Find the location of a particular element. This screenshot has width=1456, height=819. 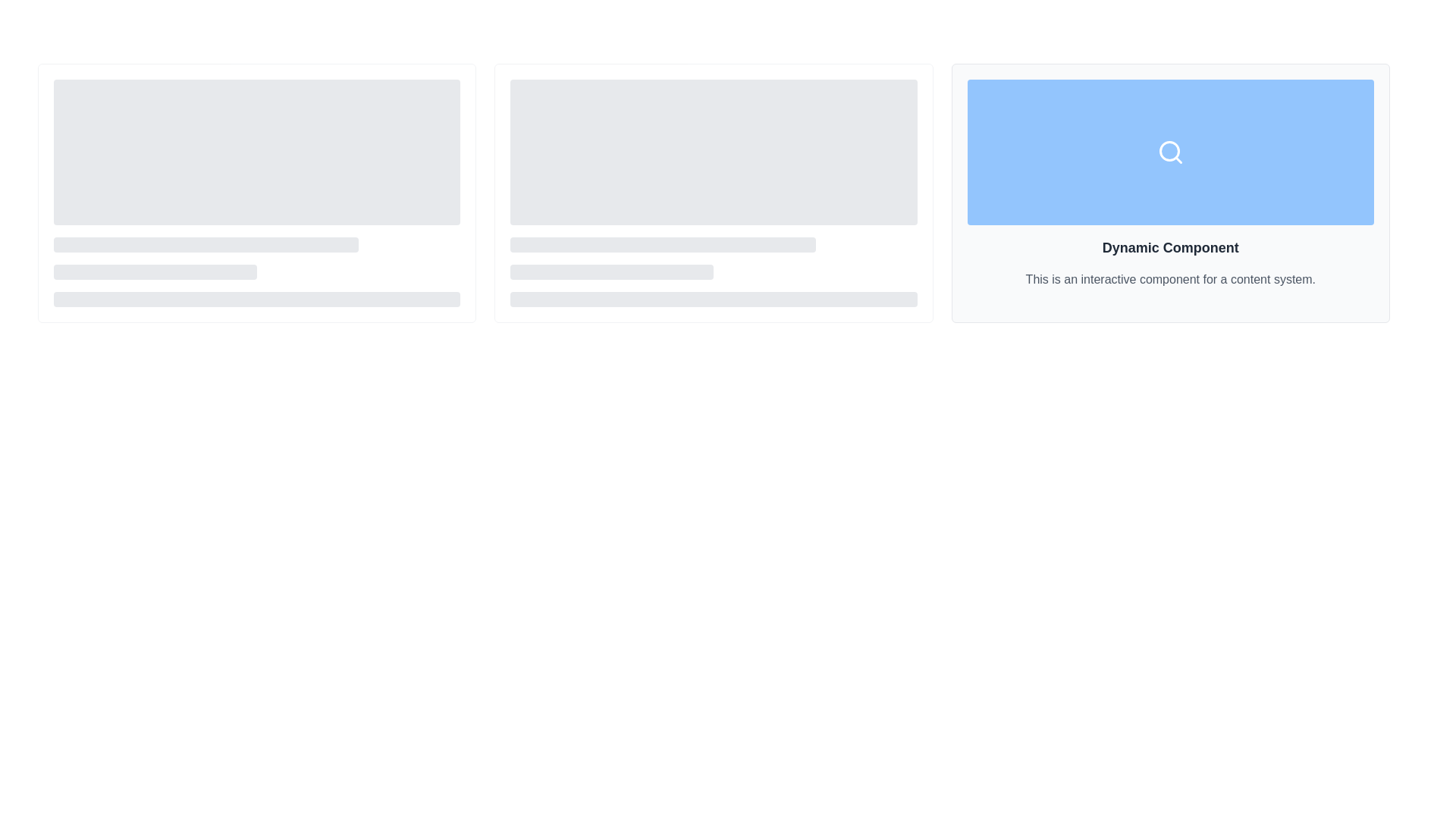

the first static decorative bar, which serves as a content placeholder, located at the top of a group of three vertically stacked similar elements is located at coordinates (206, 244).